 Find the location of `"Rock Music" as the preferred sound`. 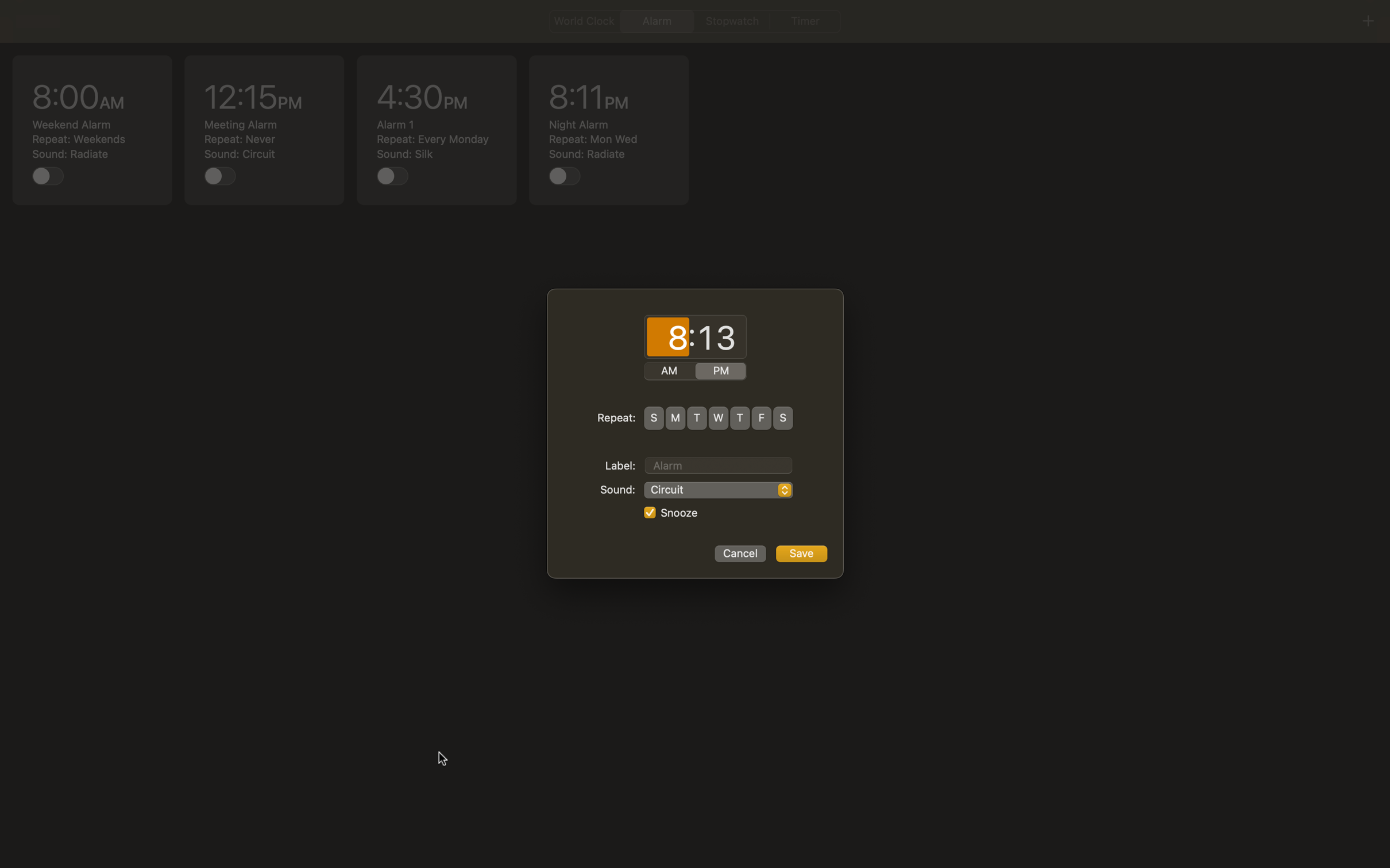

"Rock Music" as the preferred sound is located at coordinates (718, 490).